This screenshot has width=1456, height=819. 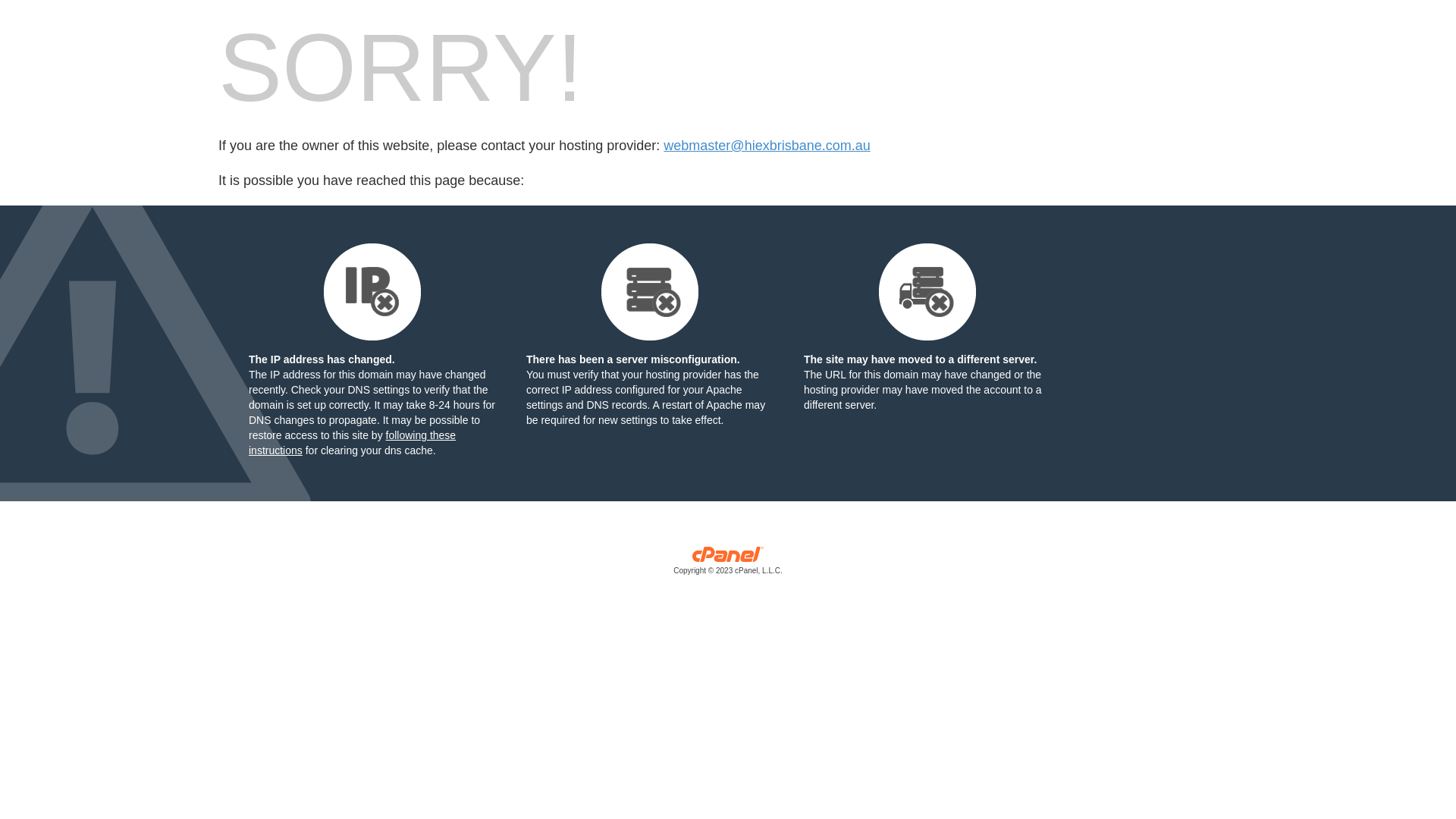 What do you see at coordinates (351, 442) in the screenshot?
I see `'following these instructions'` at bounding box center [351, 442].